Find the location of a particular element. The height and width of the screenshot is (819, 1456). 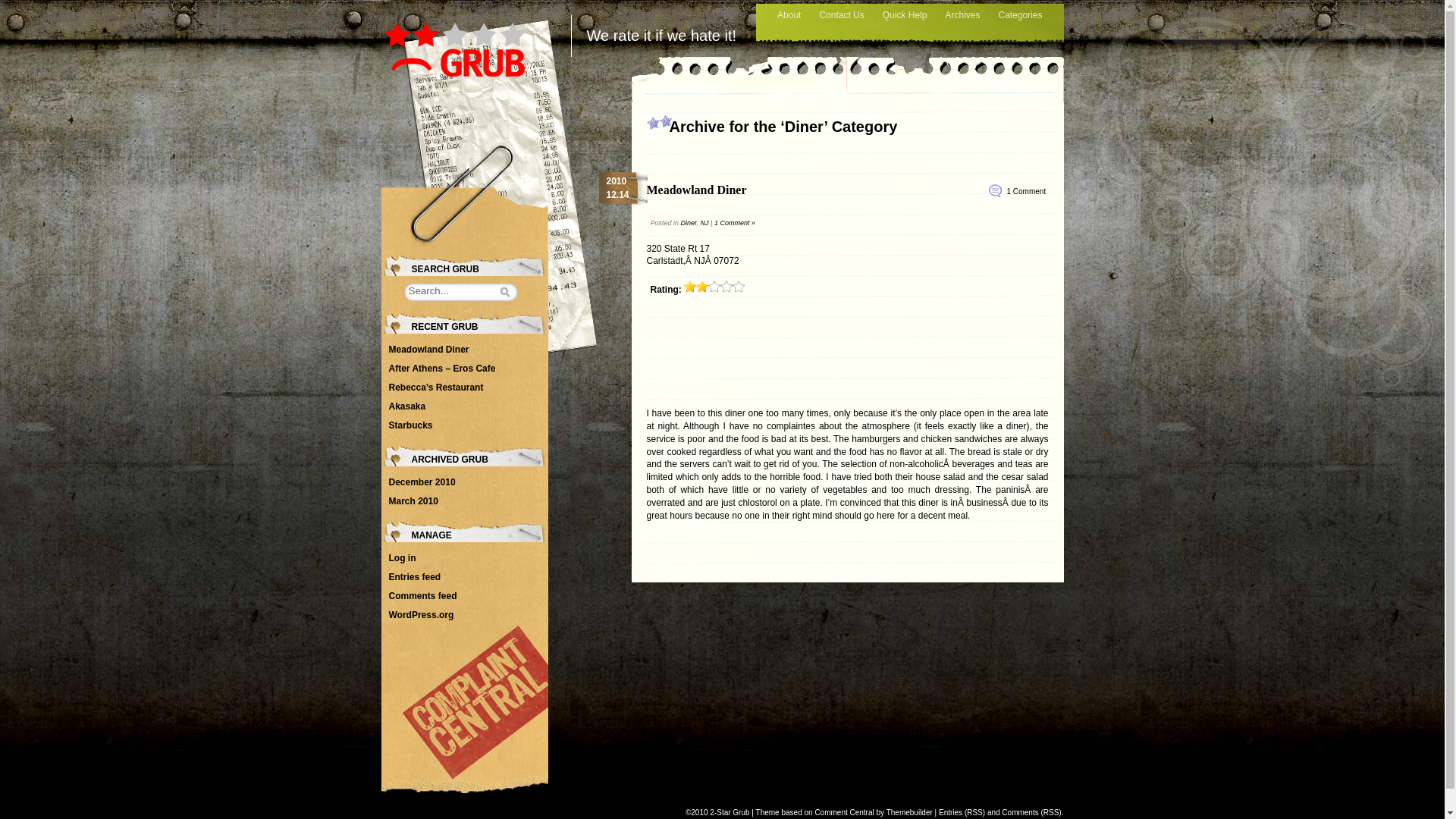

'Comment Central by Themebuilder' is located at coordinates (873, 811).